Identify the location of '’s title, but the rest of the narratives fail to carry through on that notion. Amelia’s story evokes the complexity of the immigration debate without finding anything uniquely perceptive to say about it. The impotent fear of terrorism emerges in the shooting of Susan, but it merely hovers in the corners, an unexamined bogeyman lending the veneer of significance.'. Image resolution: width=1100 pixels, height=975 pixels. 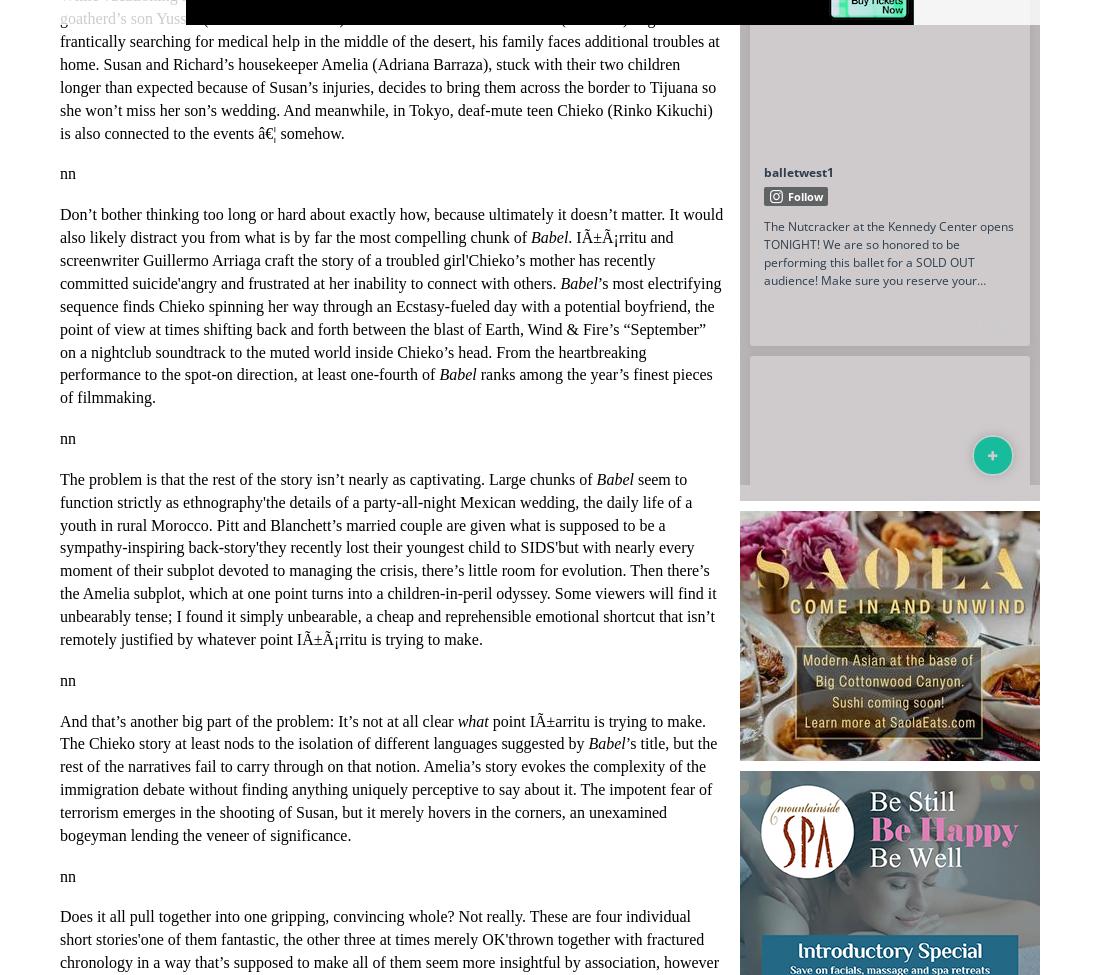
(388, 788).